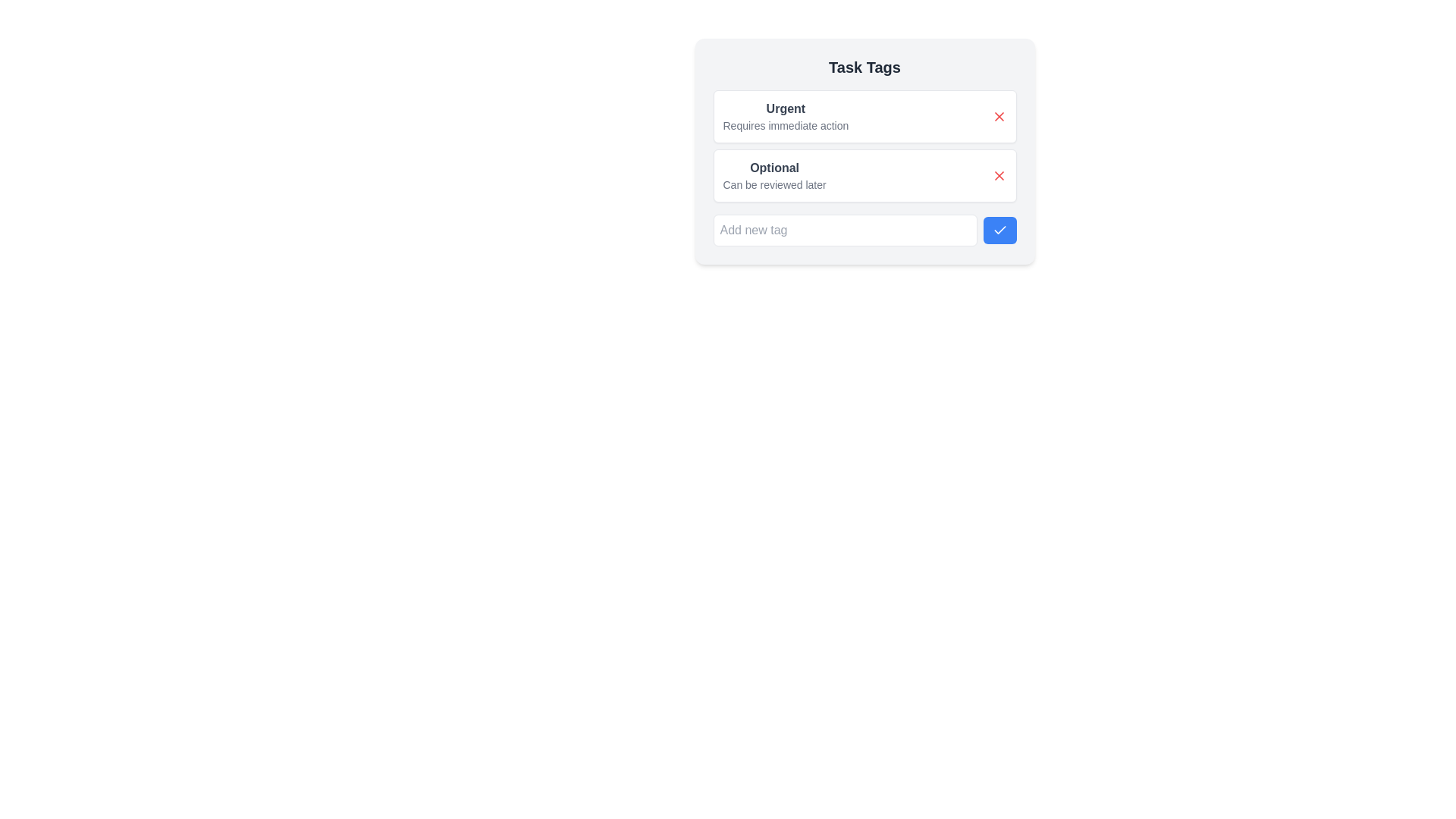 Image resolution: width=1456 pixels, height=819 pixels. I want to click on the small red close button located to the right of the 'Optional' label within the task tags list, so click(999, 174).